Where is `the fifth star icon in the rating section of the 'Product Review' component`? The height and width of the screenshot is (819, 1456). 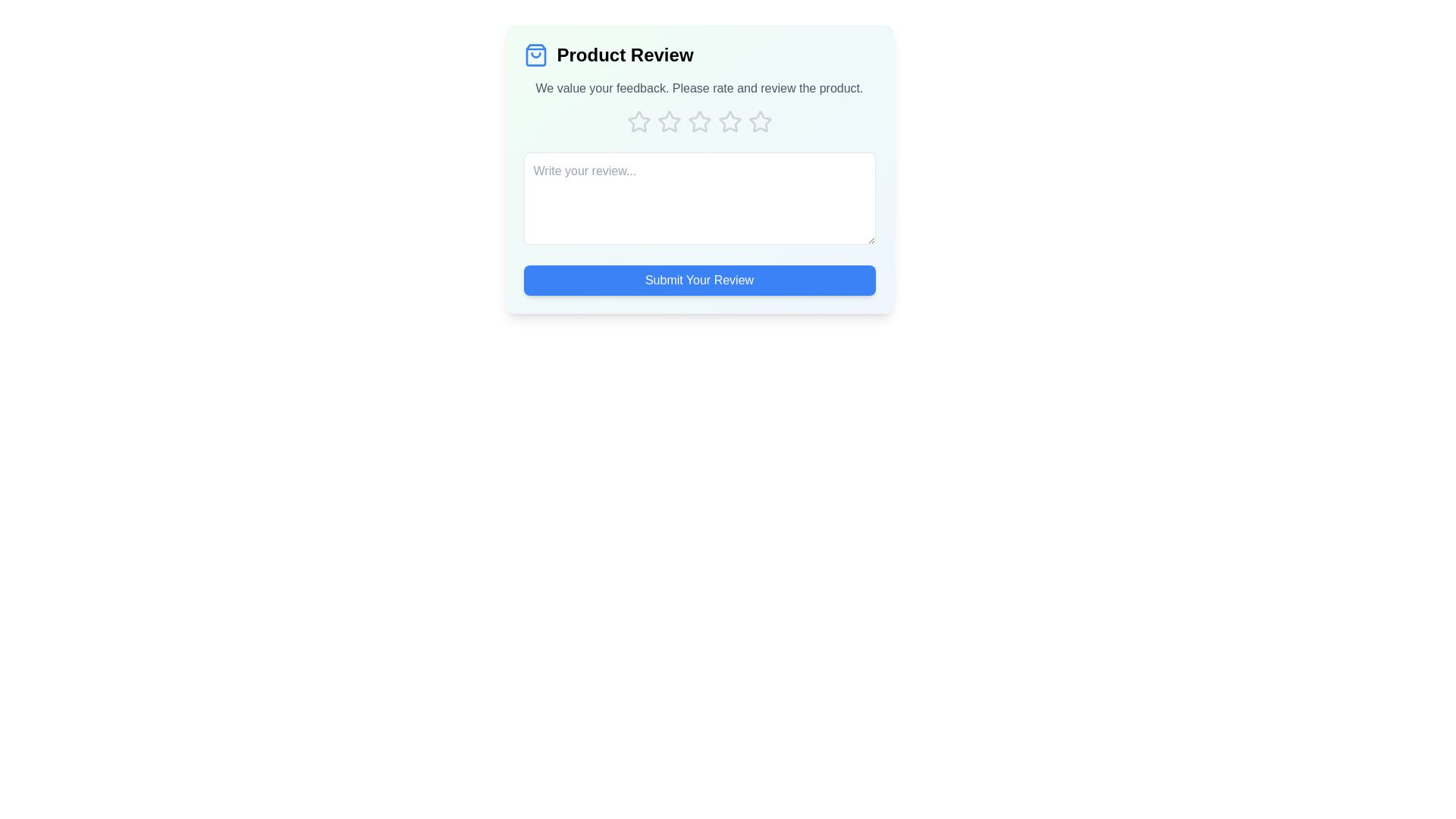 the fifth star icon in the rating section of the 'Product Review' component is located at coordinates (760, 120).